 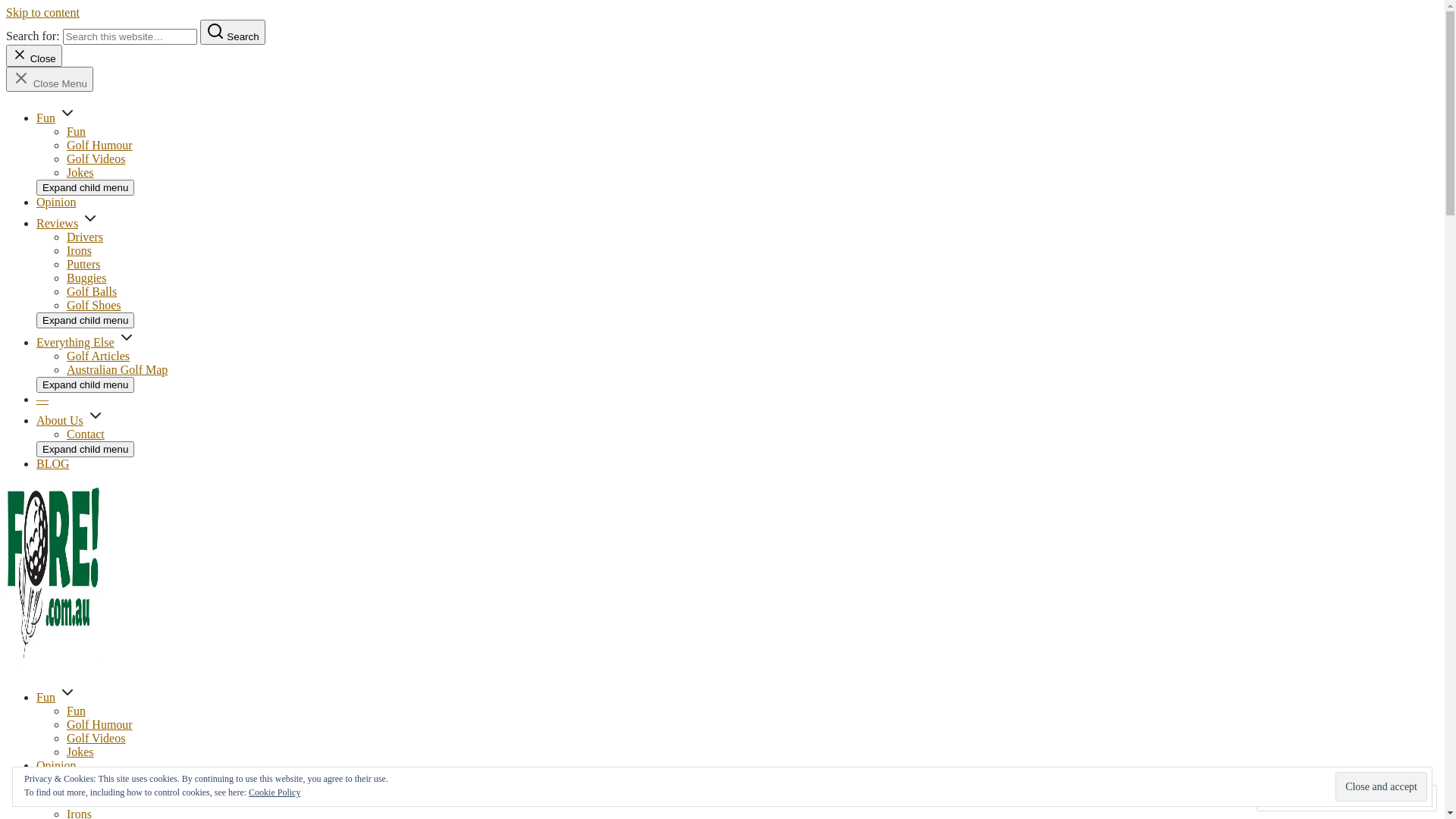 What do you see at coordinates (79, 752) in the screenshot?
I see `'Jokes'` at bounding box center [79, 752].